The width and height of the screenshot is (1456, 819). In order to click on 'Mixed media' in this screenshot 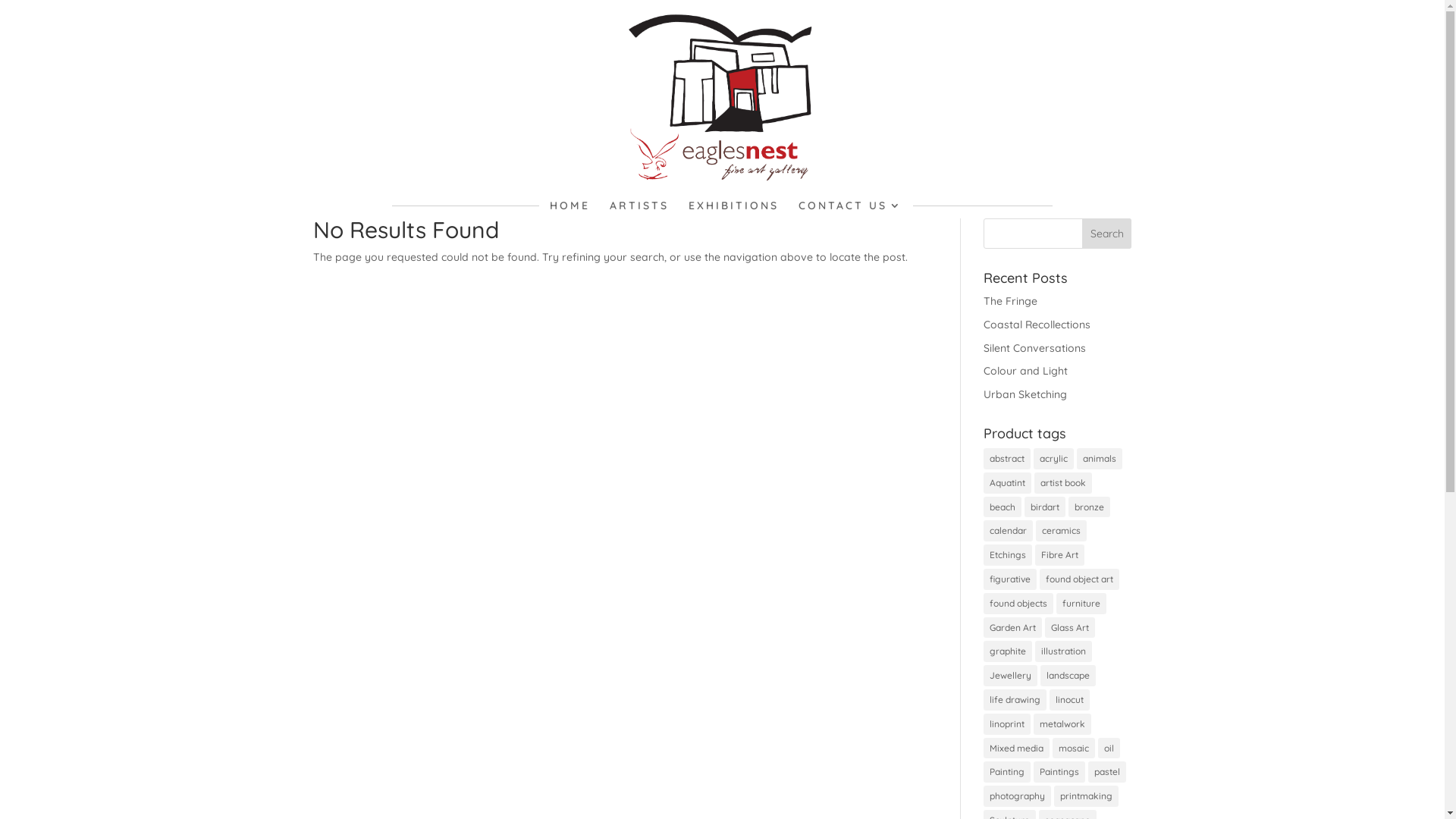, I will do `click(1016, 748)`.